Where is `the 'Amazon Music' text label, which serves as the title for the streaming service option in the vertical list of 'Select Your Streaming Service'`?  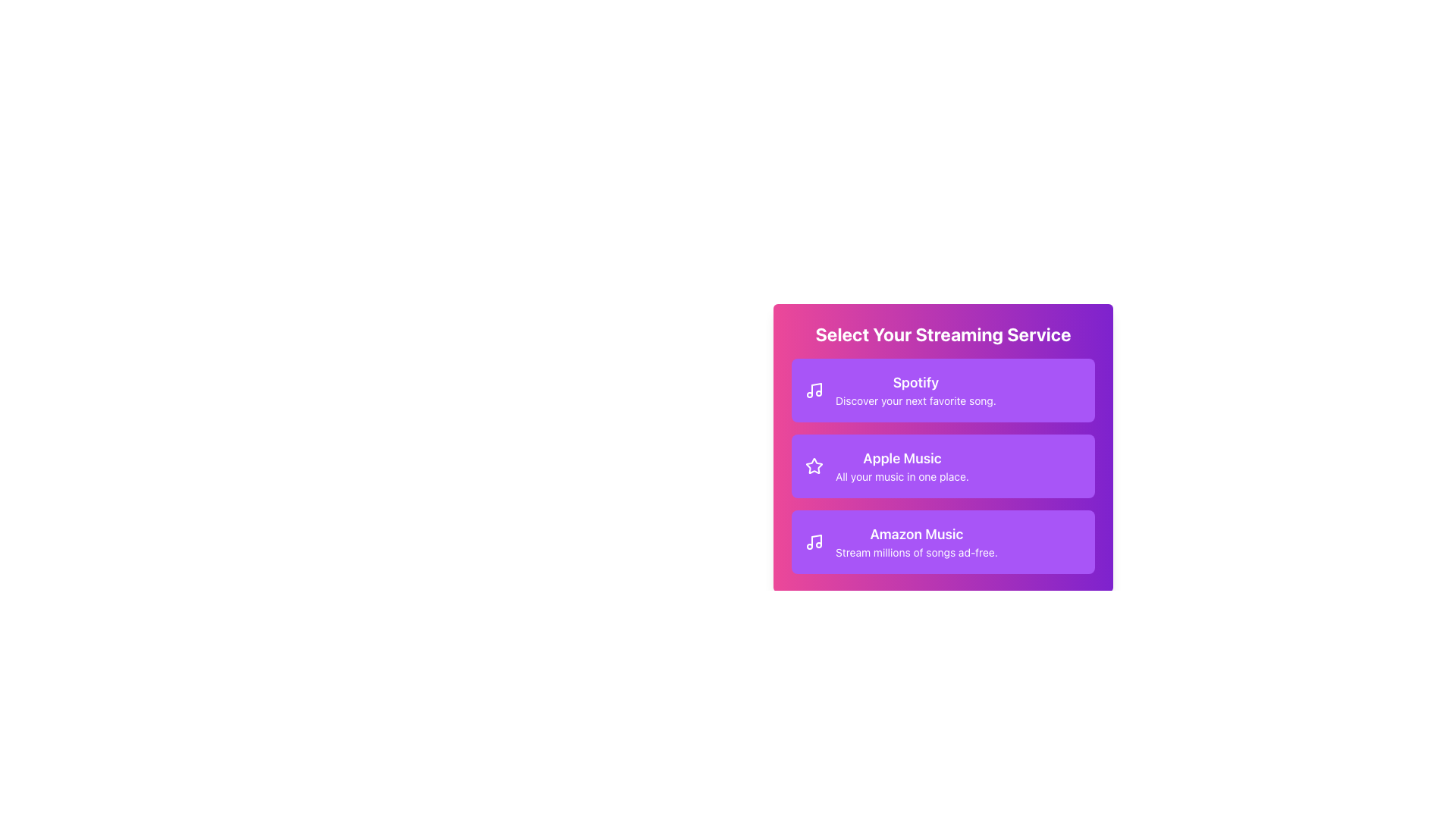 the 'Amazon Music' text label, which serves as the title for the streaming service option in the vertical list of 'Select Your Streaming Service' is located at coordinates (915, 534).